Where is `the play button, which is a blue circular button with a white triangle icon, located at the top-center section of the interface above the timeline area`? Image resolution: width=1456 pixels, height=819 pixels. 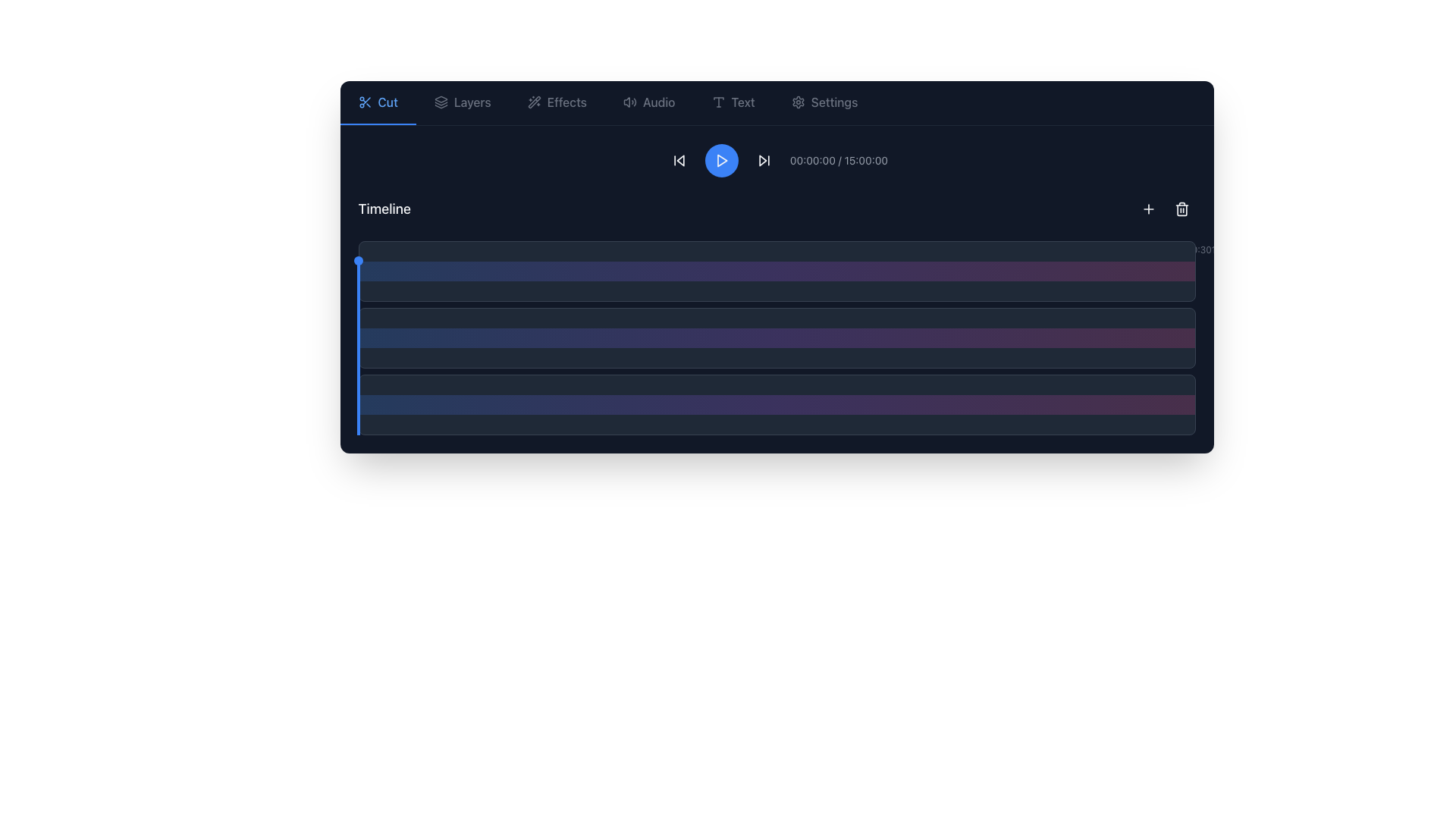
the play button, which is a blue circular button with a white triangle icon, located at the top-center section of the interface above the timeline area is located at coordinates (720, 161).